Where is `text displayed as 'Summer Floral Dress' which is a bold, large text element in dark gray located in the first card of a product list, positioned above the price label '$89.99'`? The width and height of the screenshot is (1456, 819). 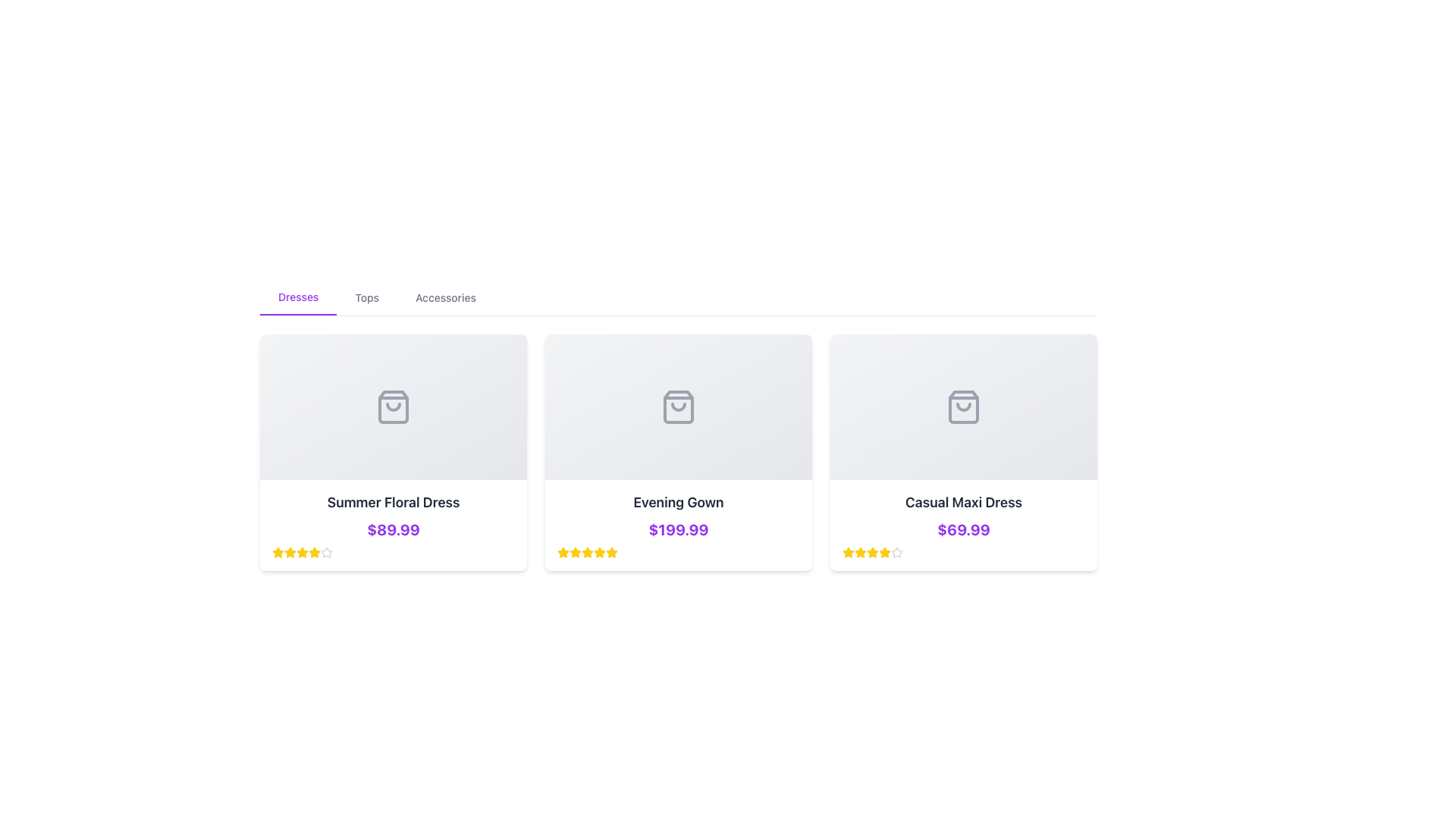 text displayed as 'Summer Floral Dress' which is a bold, large text element in dark gray located in the first card of a product list, positioned above the price label '$89.99' is located at coordinates (393, 503).